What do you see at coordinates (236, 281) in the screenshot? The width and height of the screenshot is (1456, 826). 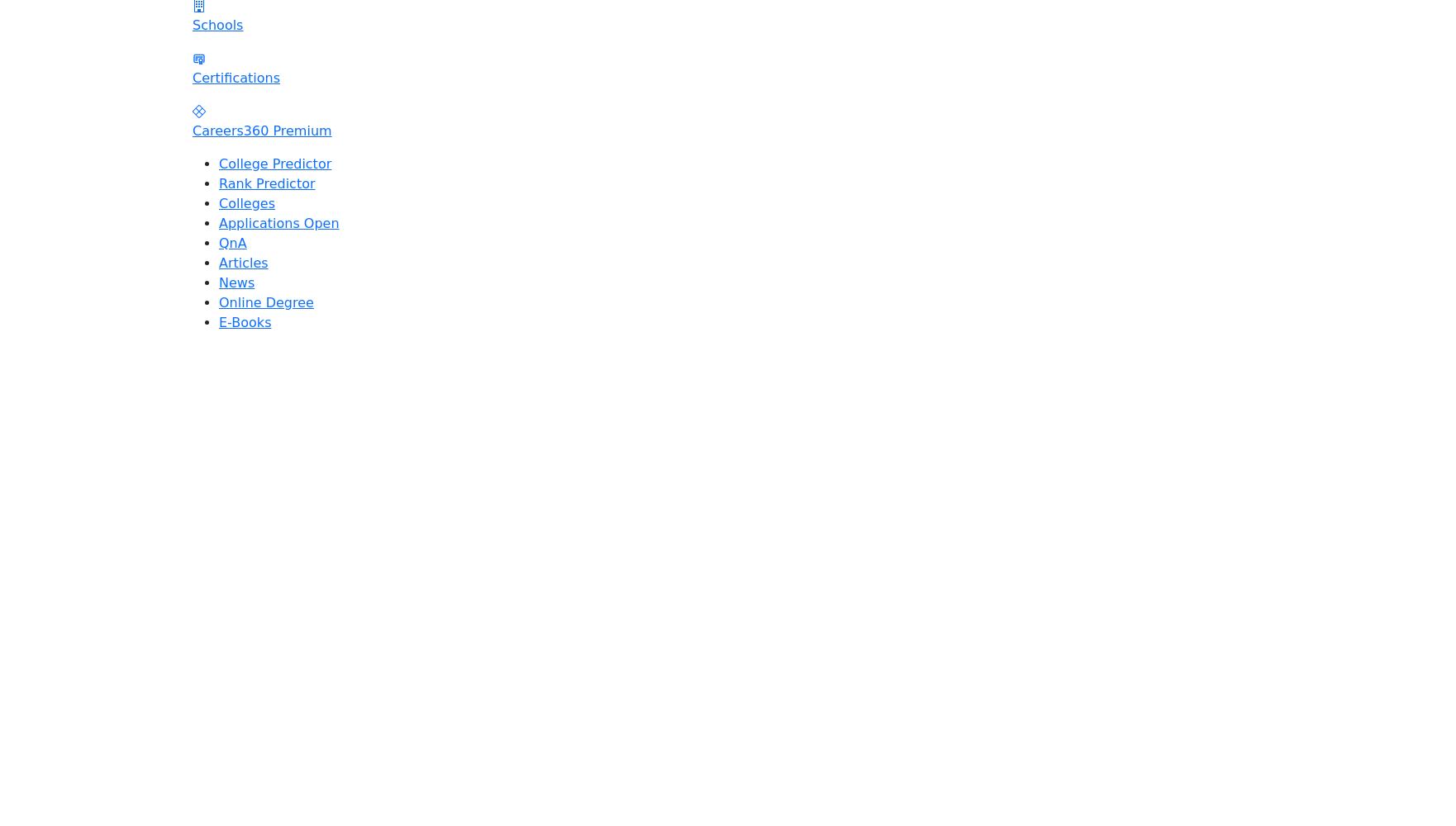 I see `'News'` at bounding box center [236, 281].